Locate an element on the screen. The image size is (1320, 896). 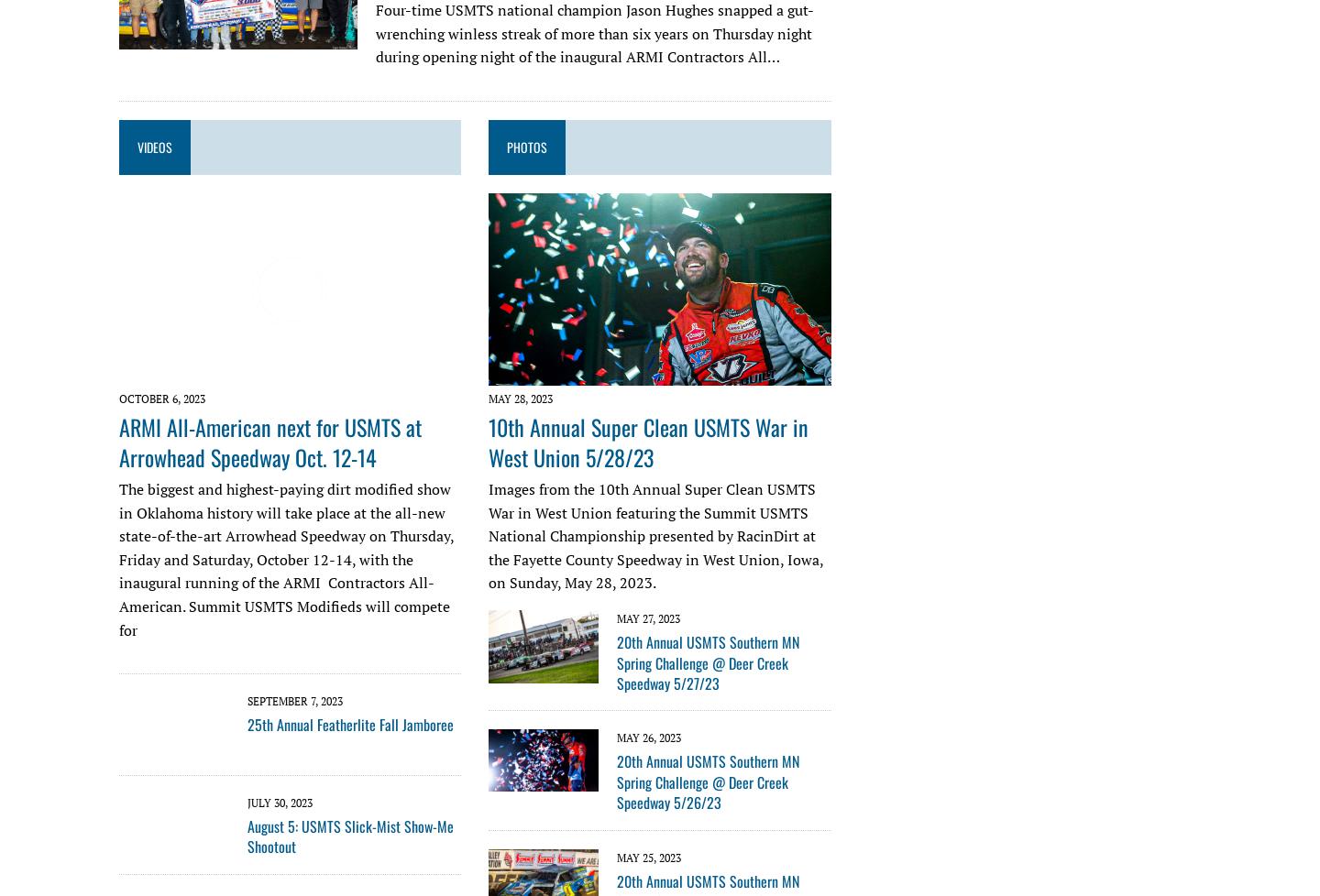
'May 27, 2023' is located at coordinates (648, 617).